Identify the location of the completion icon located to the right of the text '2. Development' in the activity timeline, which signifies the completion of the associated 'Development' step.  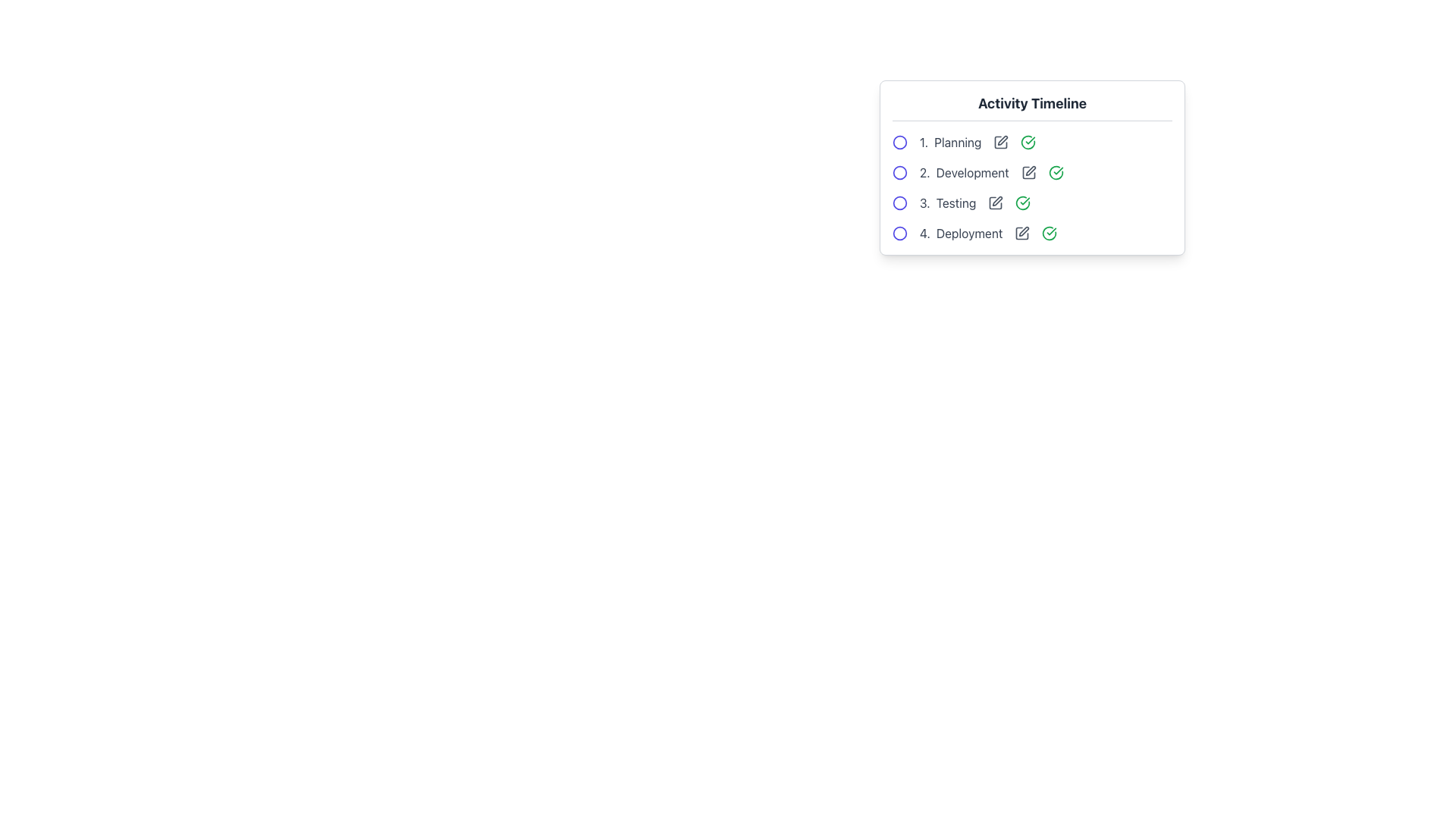
(1055, 171).